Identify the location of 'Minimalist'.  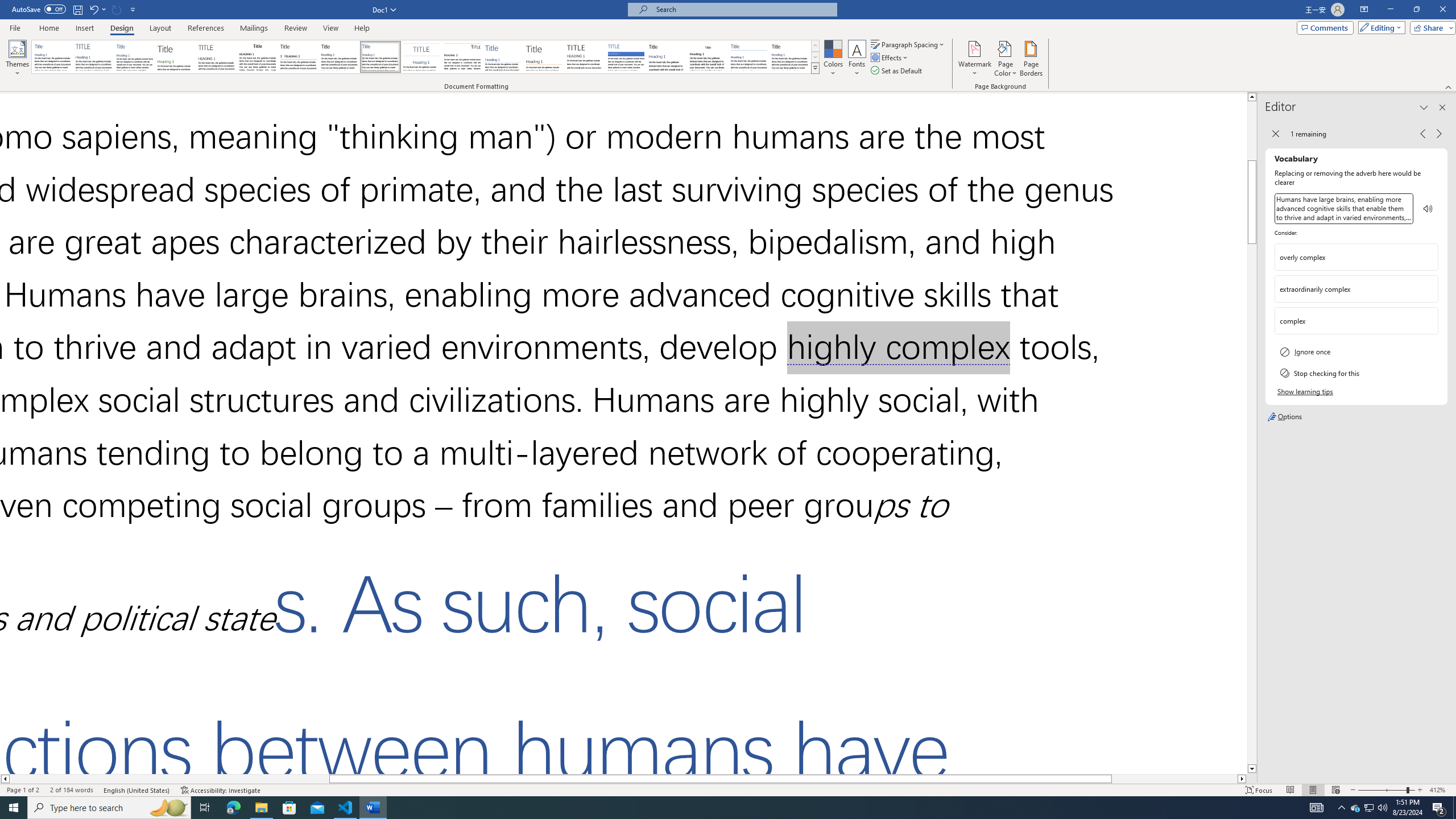
(585, 56).